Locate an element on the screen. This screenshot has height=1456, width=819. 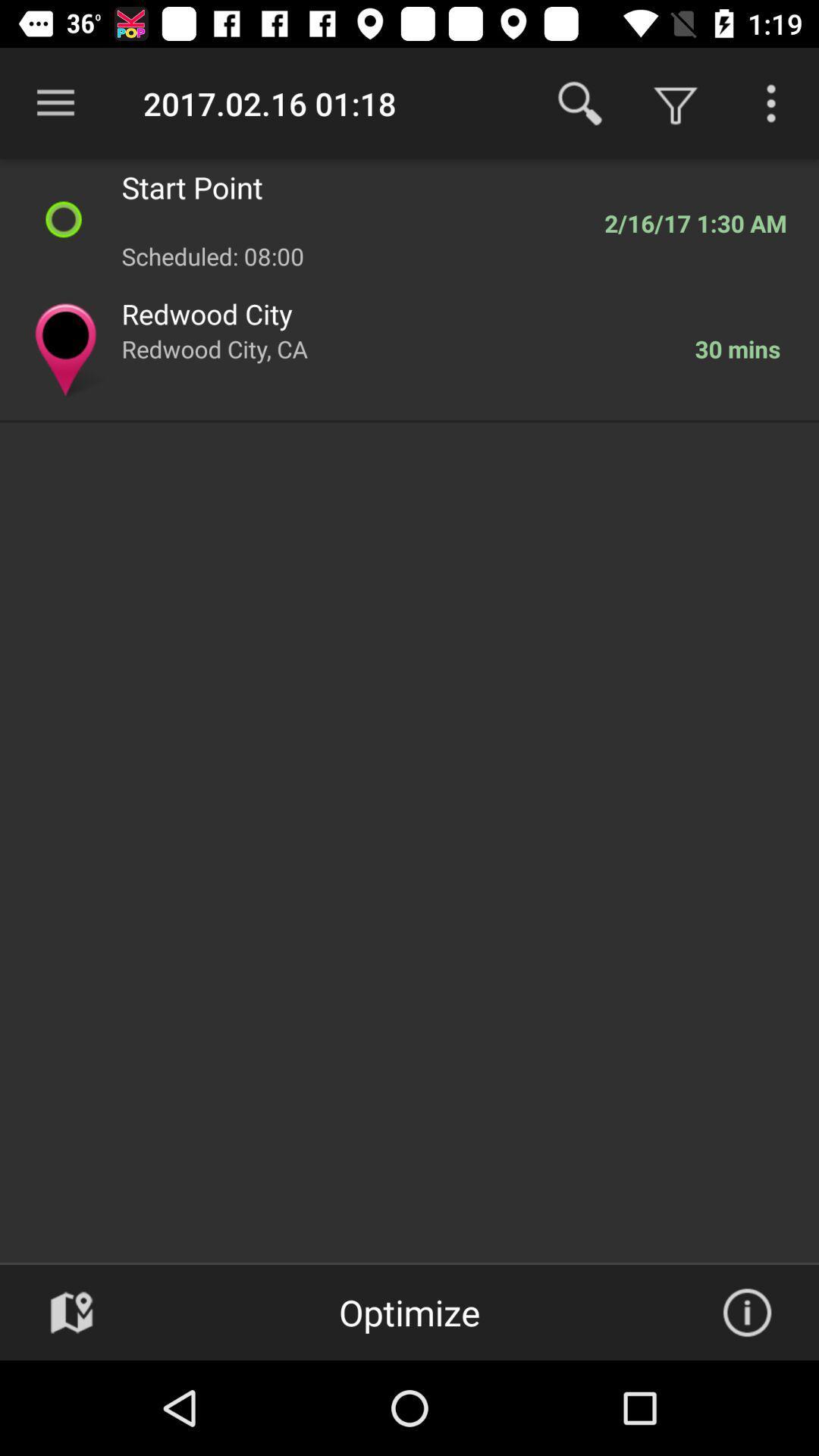
option is located at coordinates (771, 102).